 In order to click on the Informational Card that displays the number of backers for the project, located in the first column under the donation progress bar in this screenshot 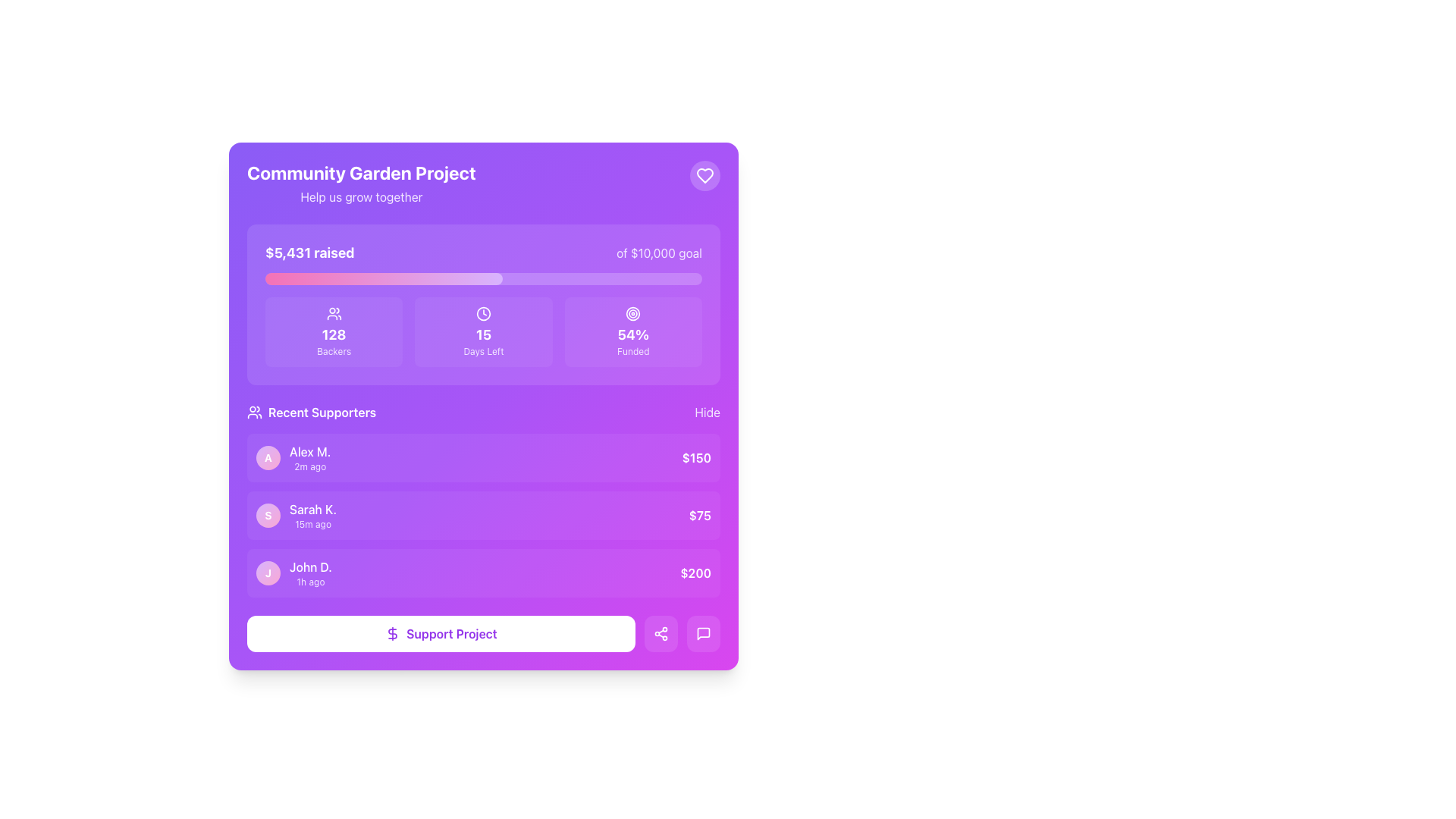, I will do `click(333, 331)`.